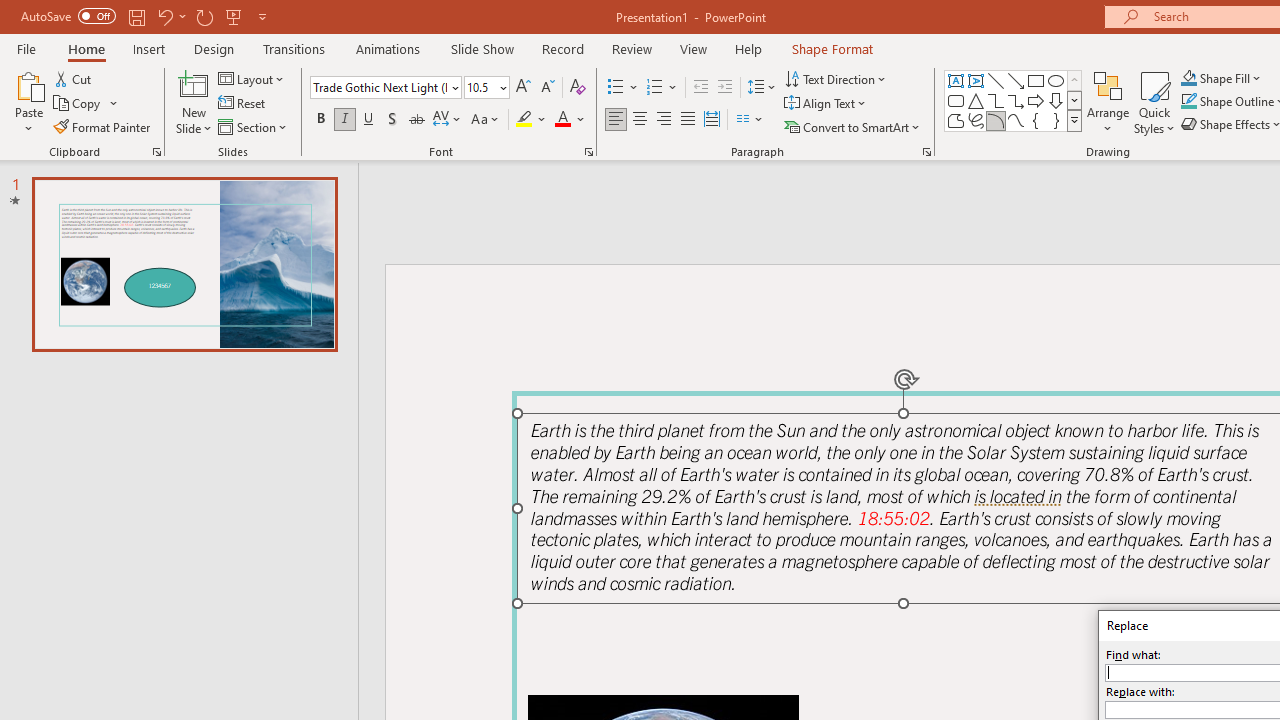  Describe the element at coordinates (995, 80) in the screenshot. I see `'Line'` at that location.